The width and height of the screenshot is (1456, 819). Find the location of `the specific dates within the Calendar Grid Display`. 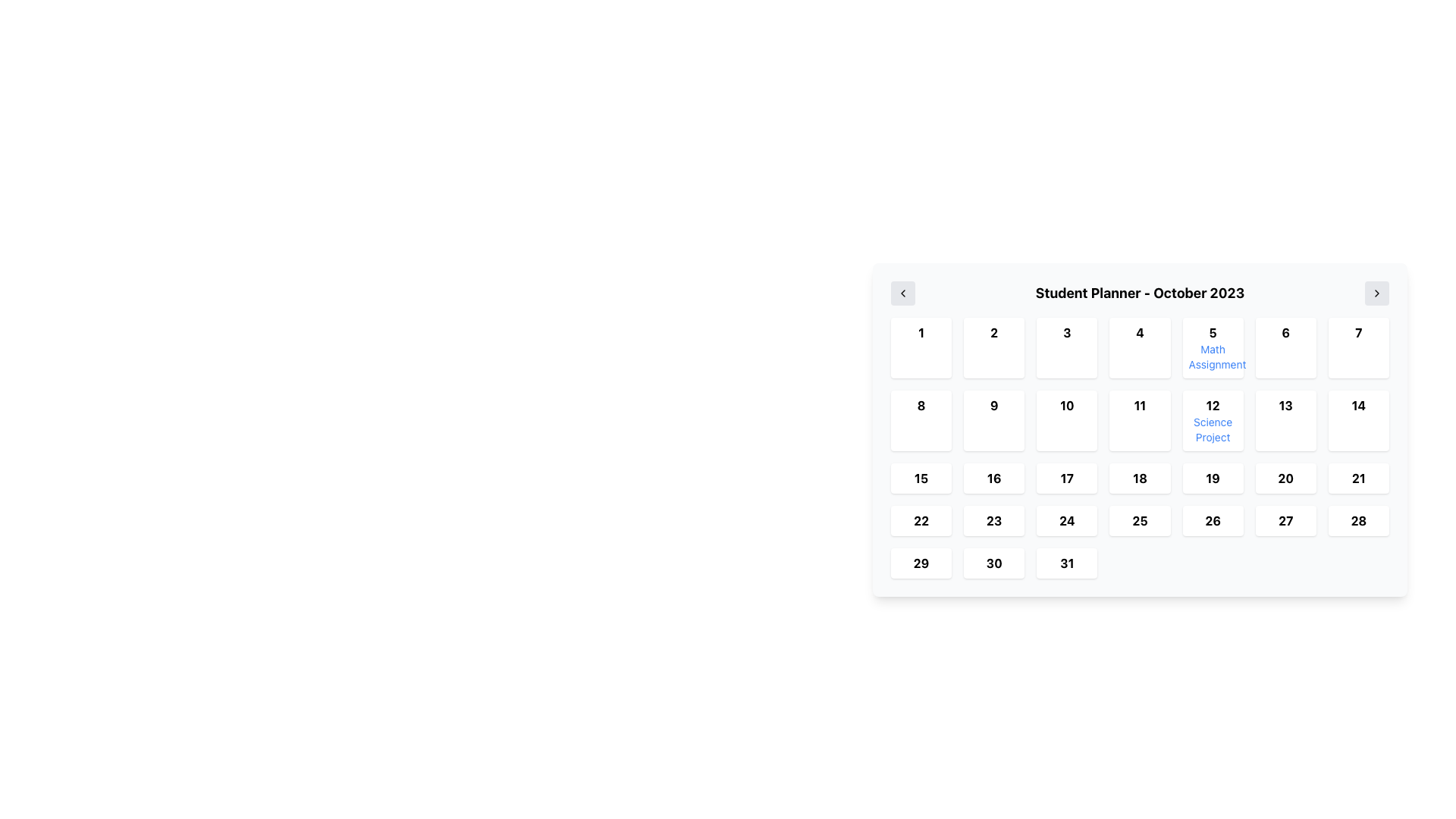

the specific dates within the Calendar Grid Display is located at coordinates (1140, 430).